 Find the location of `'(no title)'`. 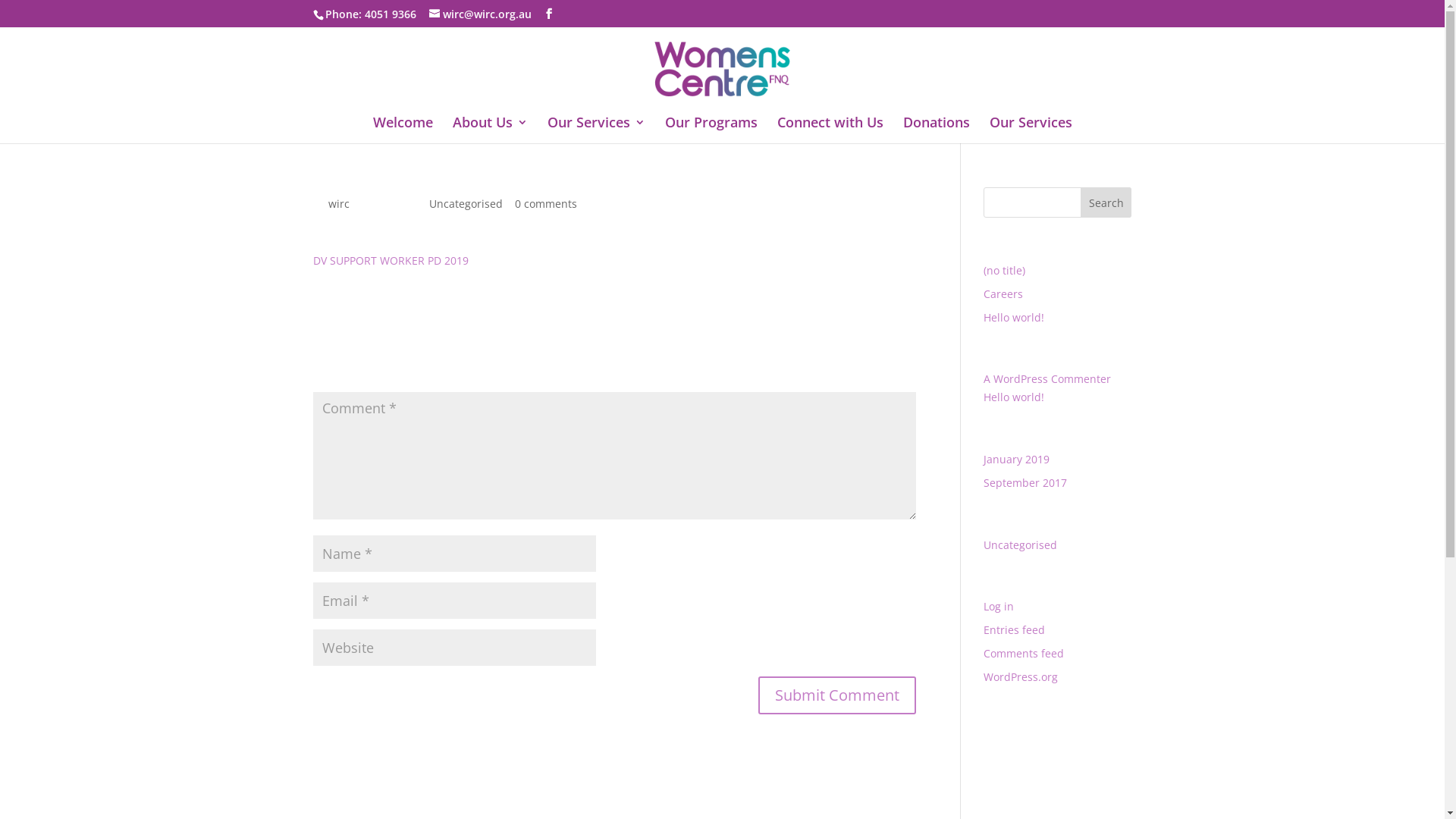

'(no title)' is located at coordinates (1004, 269).